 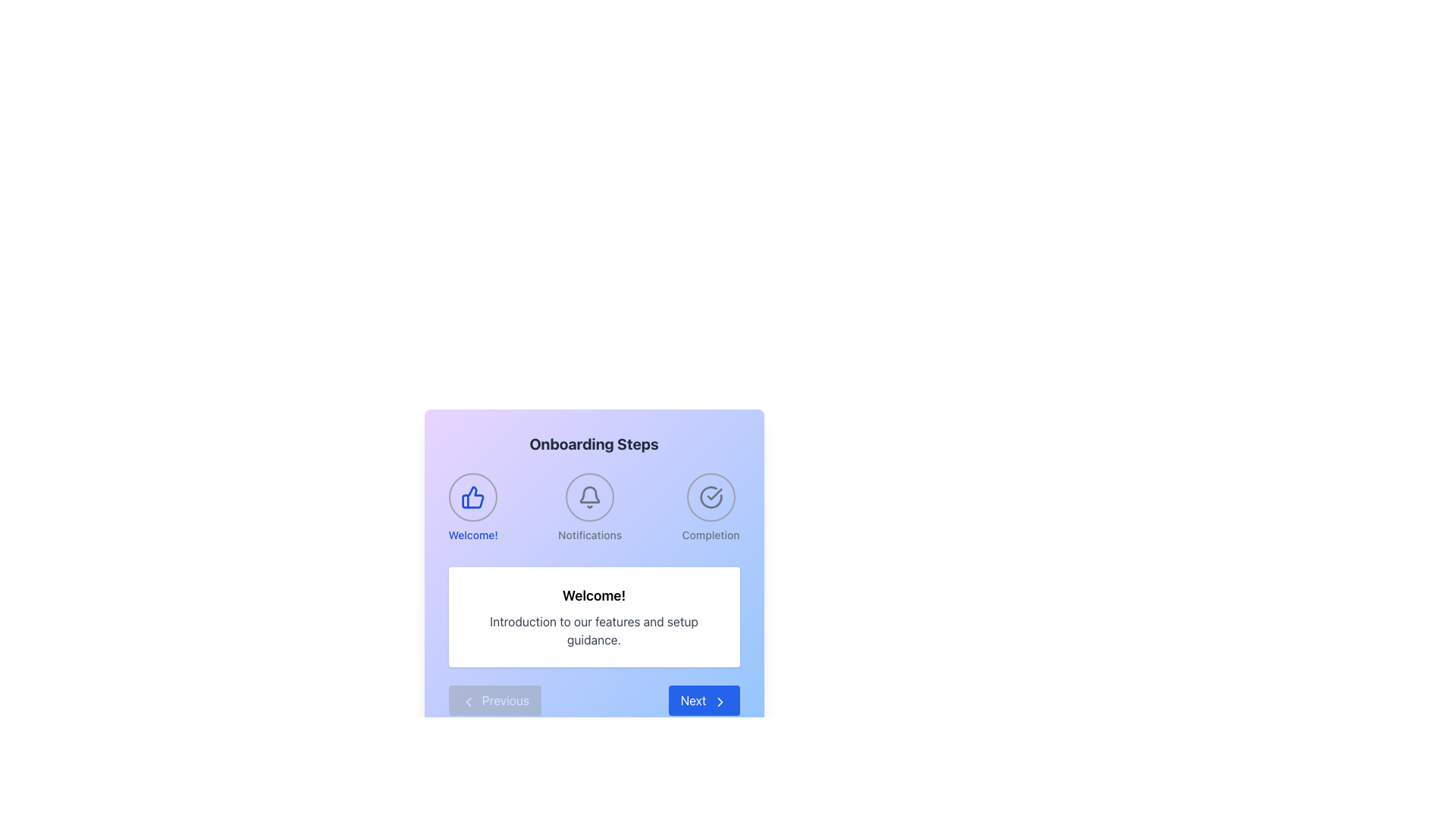 I want to click on the thumbs-up icon section of the illustrative graphic located in the blue-themed onboarding step card labeled 'Welcome!', so click(x=472, y=497).